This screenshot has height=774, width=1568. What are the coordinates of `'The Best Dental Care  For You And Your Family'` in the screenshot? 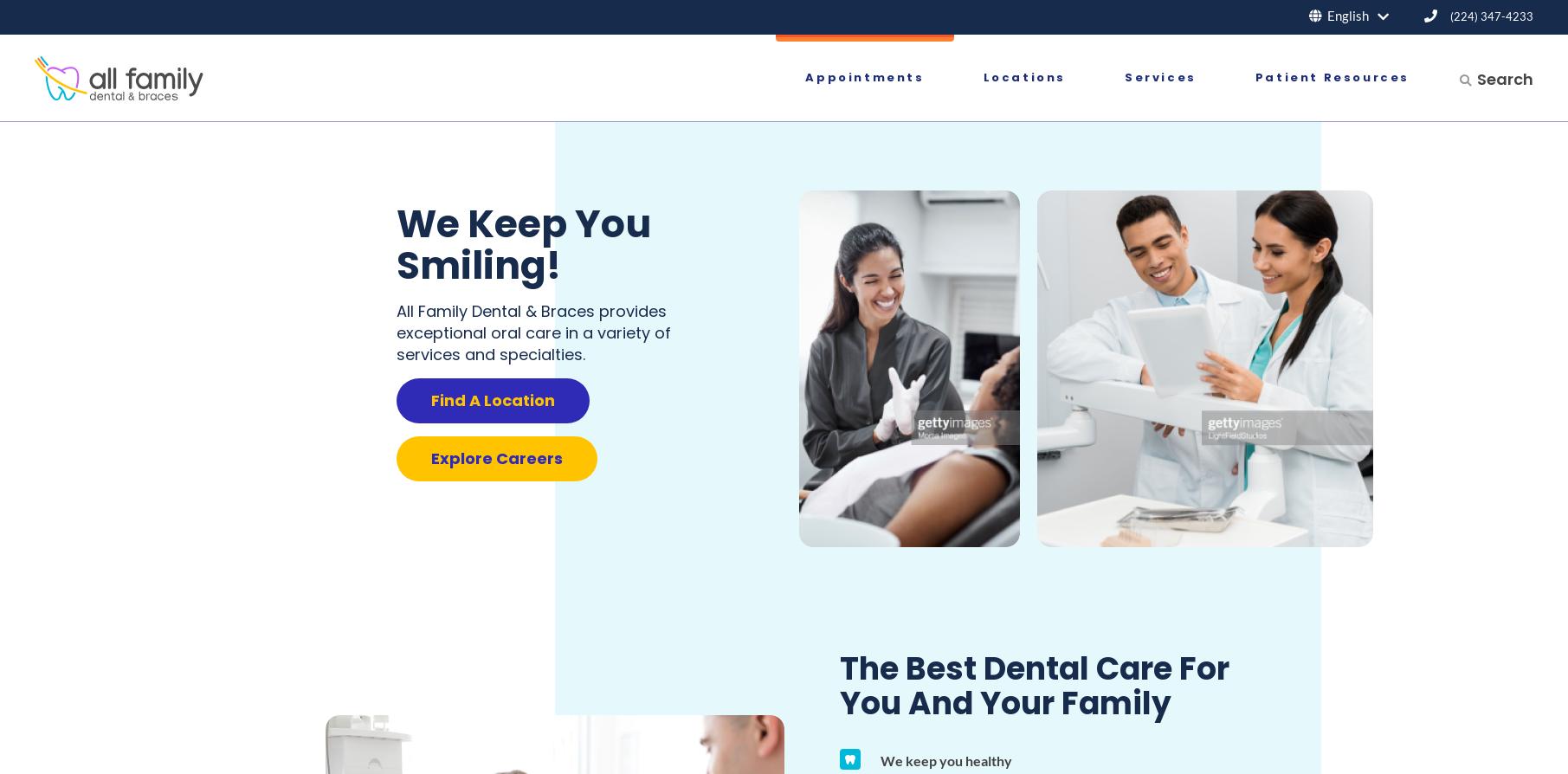 It's located at (838, 685).